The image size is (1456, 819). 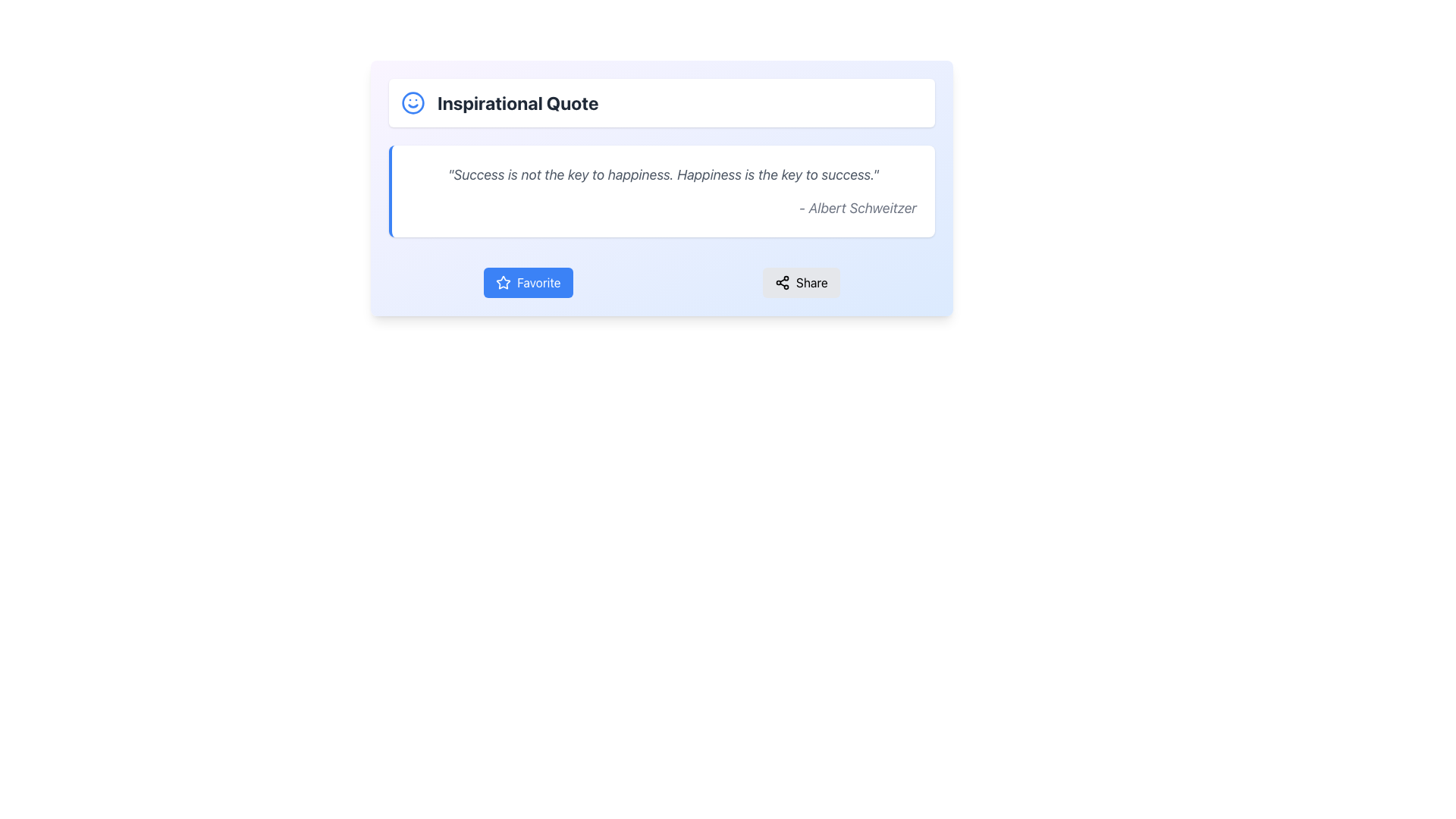 What do you see at coordinates (663, 174) in the screenshot?
I see `the quote text element that is styled in italicized grey text, prominently displayed in a white box with rounded corners and a blue left border, which reads: 'Success is not the key to happiness. Happiness is the key to success.'` at bounding box center [663, 174].